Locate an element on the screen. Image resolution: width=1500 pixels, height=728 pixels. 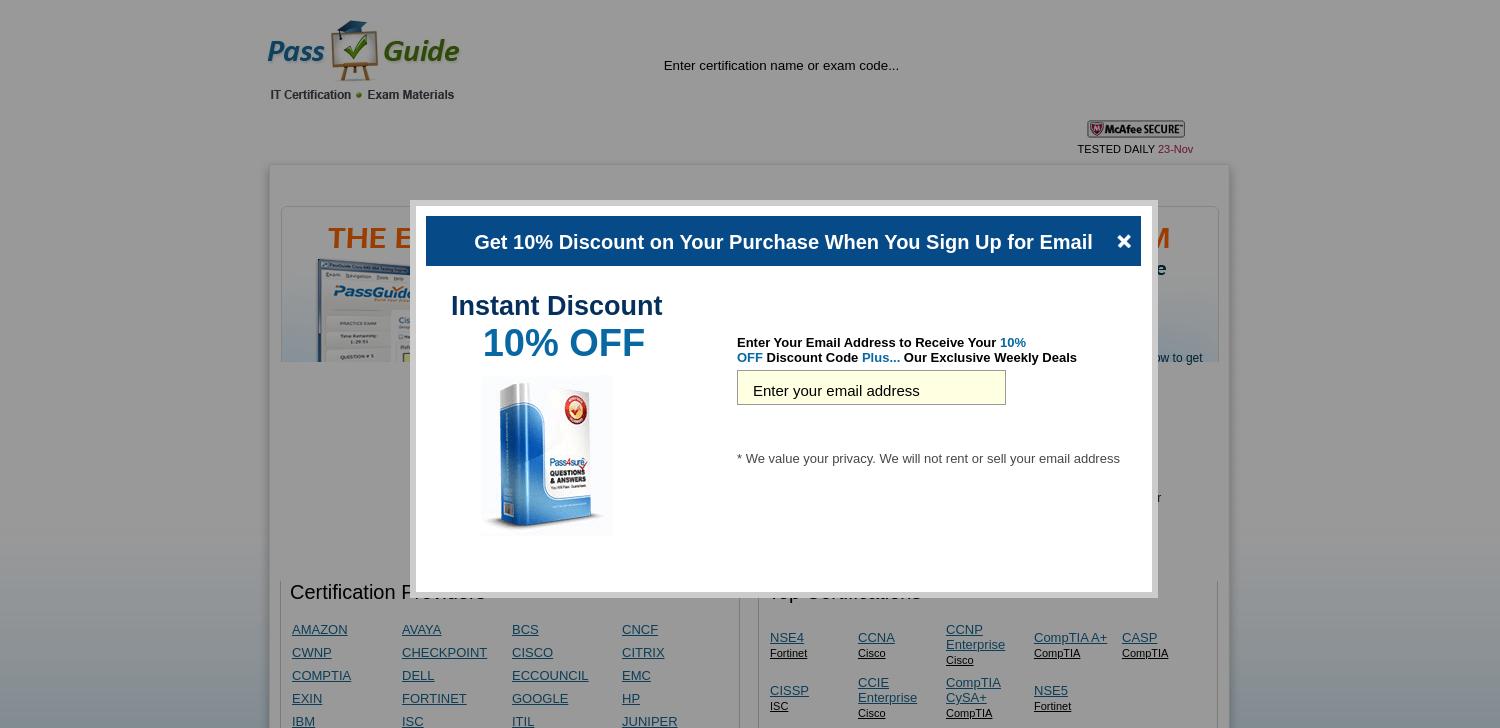
'ISC' is located at coordinates (778, 704).